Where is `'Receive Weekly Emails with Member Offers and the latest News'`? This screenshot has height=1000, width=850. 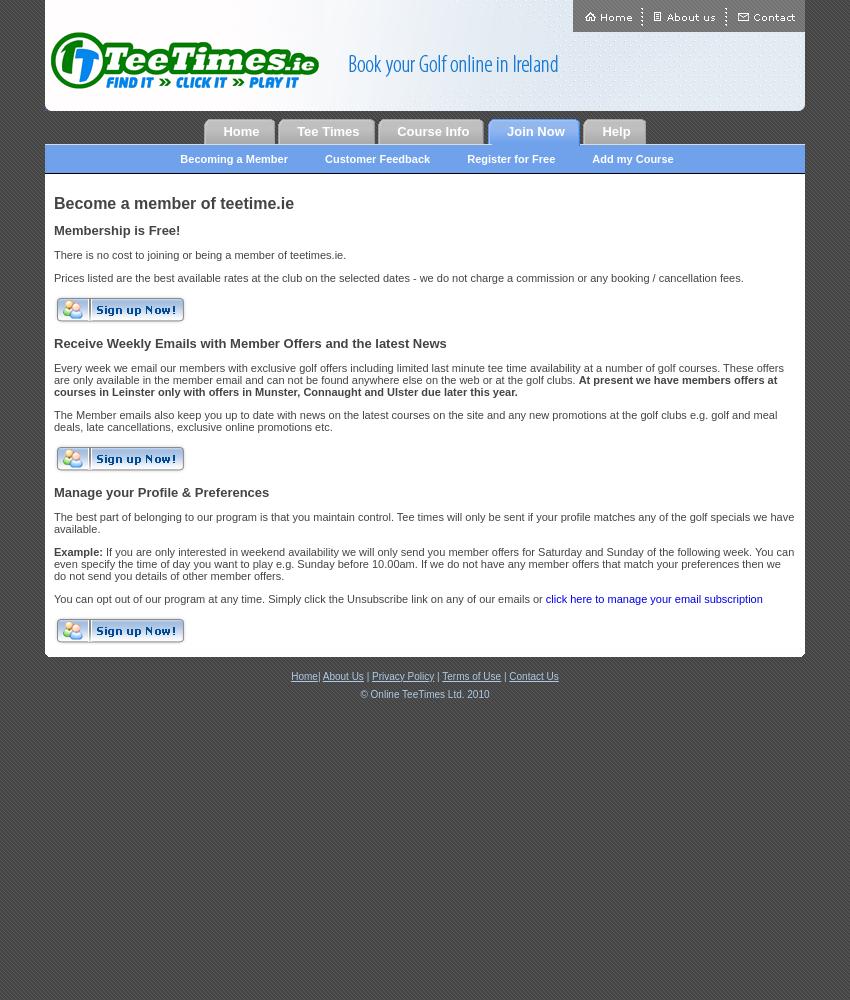
'Receive Weekly Emails with Member Offers and the latest News' is located at coordinates (53, 342).